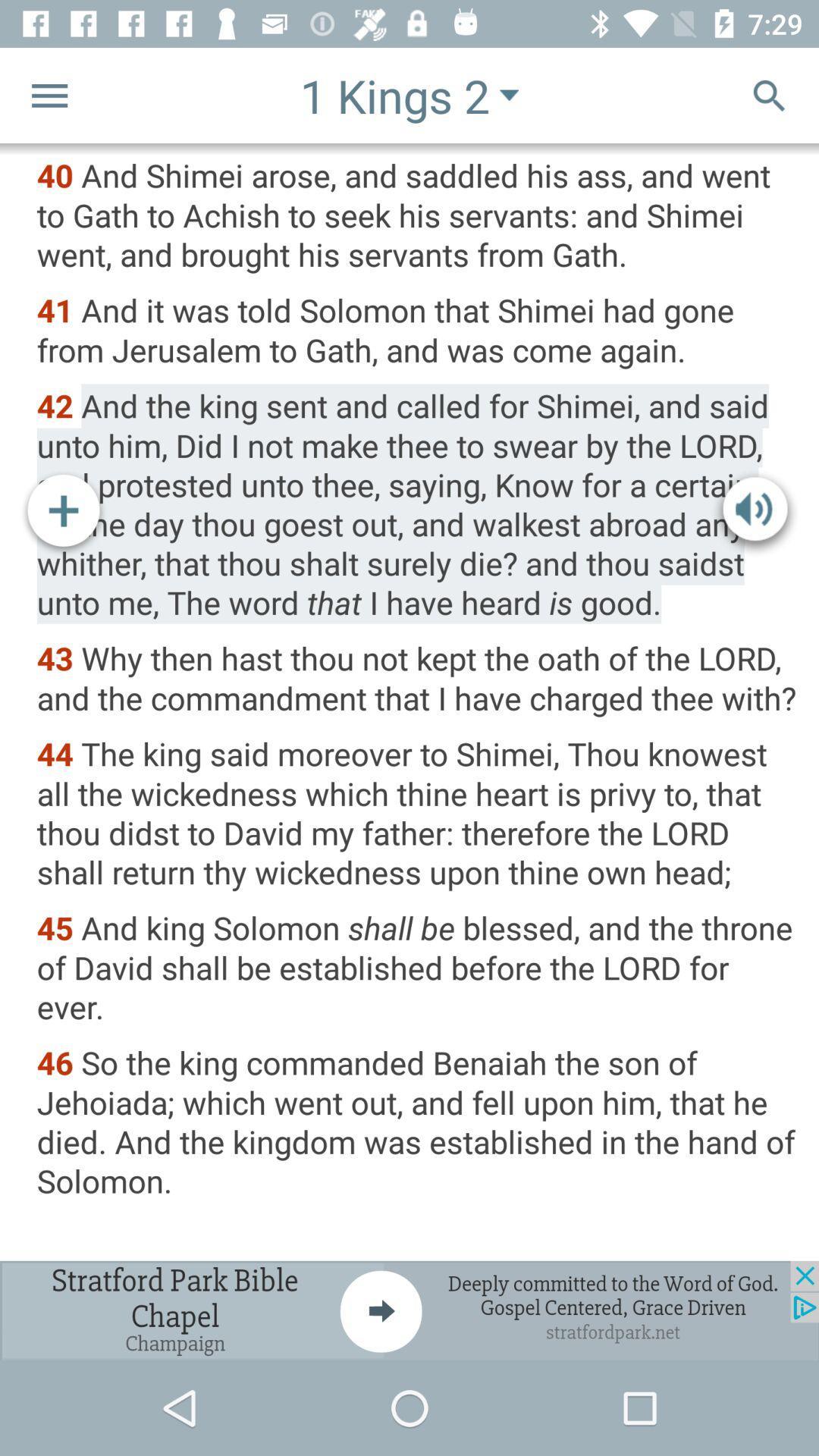 The height and width of the screenshot is (1456, 819). What do you see at coordinates (755, 513) in the screenshot?
I see `change audio volume` at bounding box center [755, 513].